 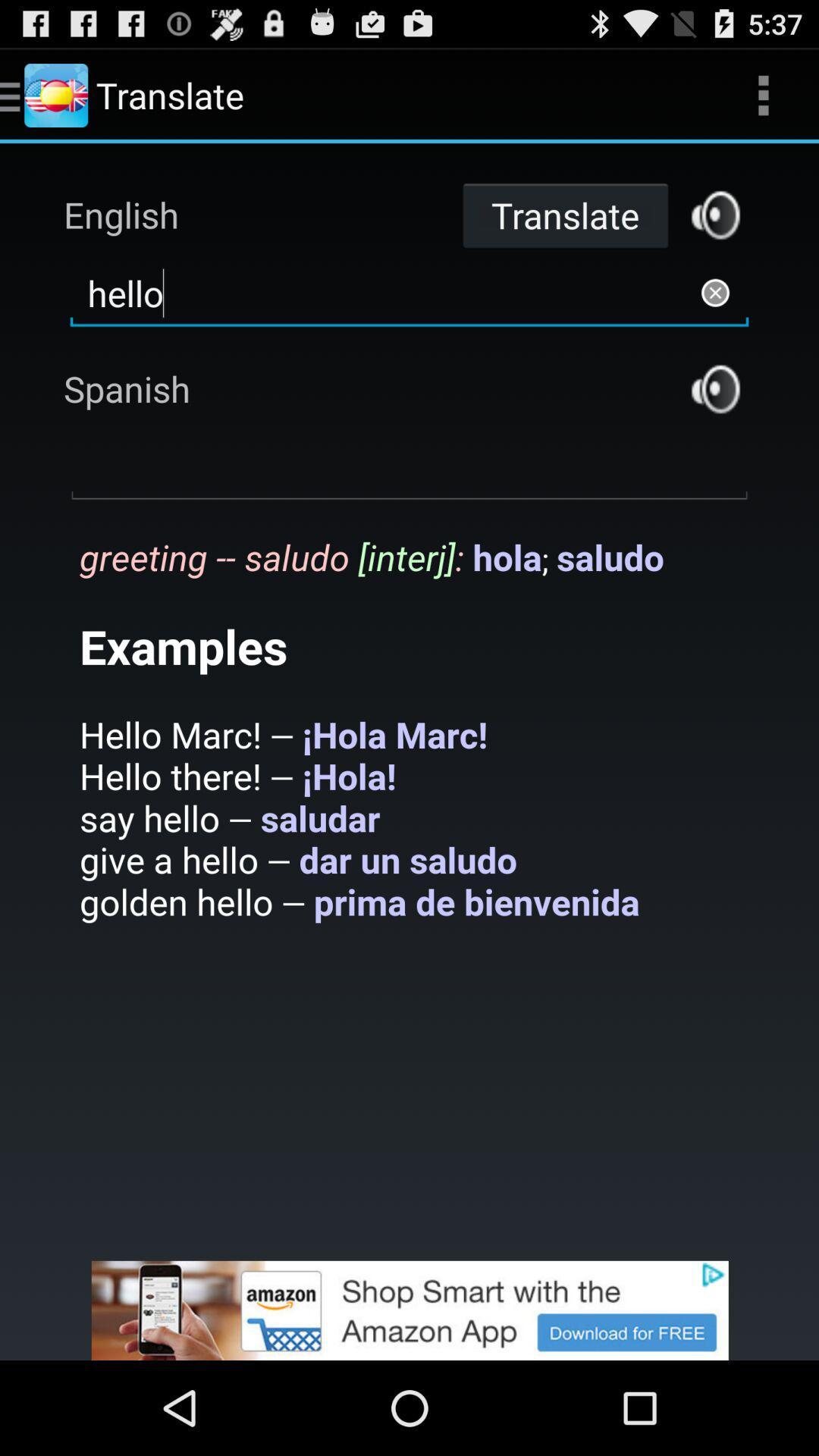 I want to click on the volume icon, so click(x=715, y=416).